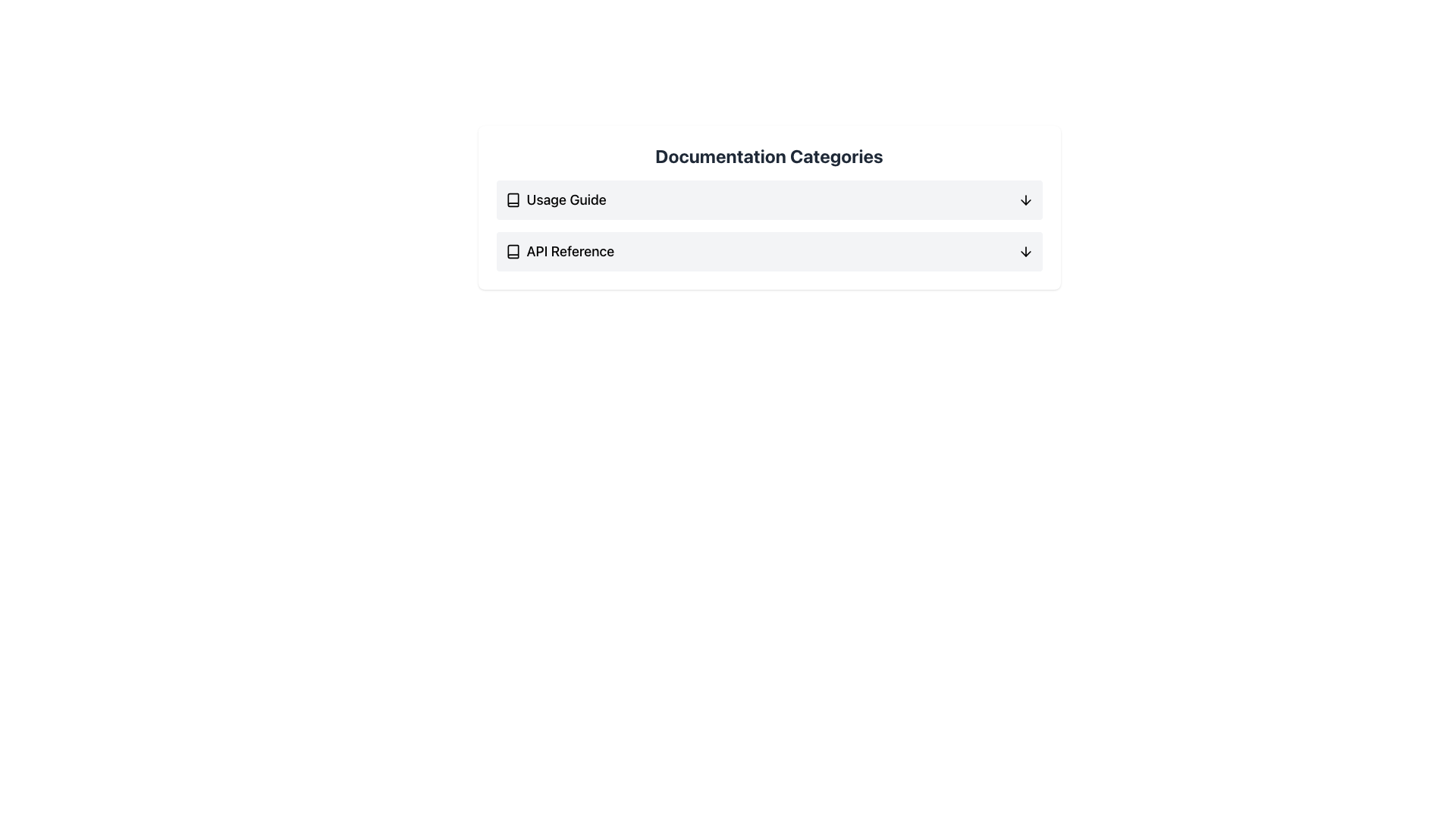 This screenshot has width=1456, height=819. I want to click on the icon representing a book, located to the left of the 'Usage Guide' text in the documentation categories list, so click(513, 199).